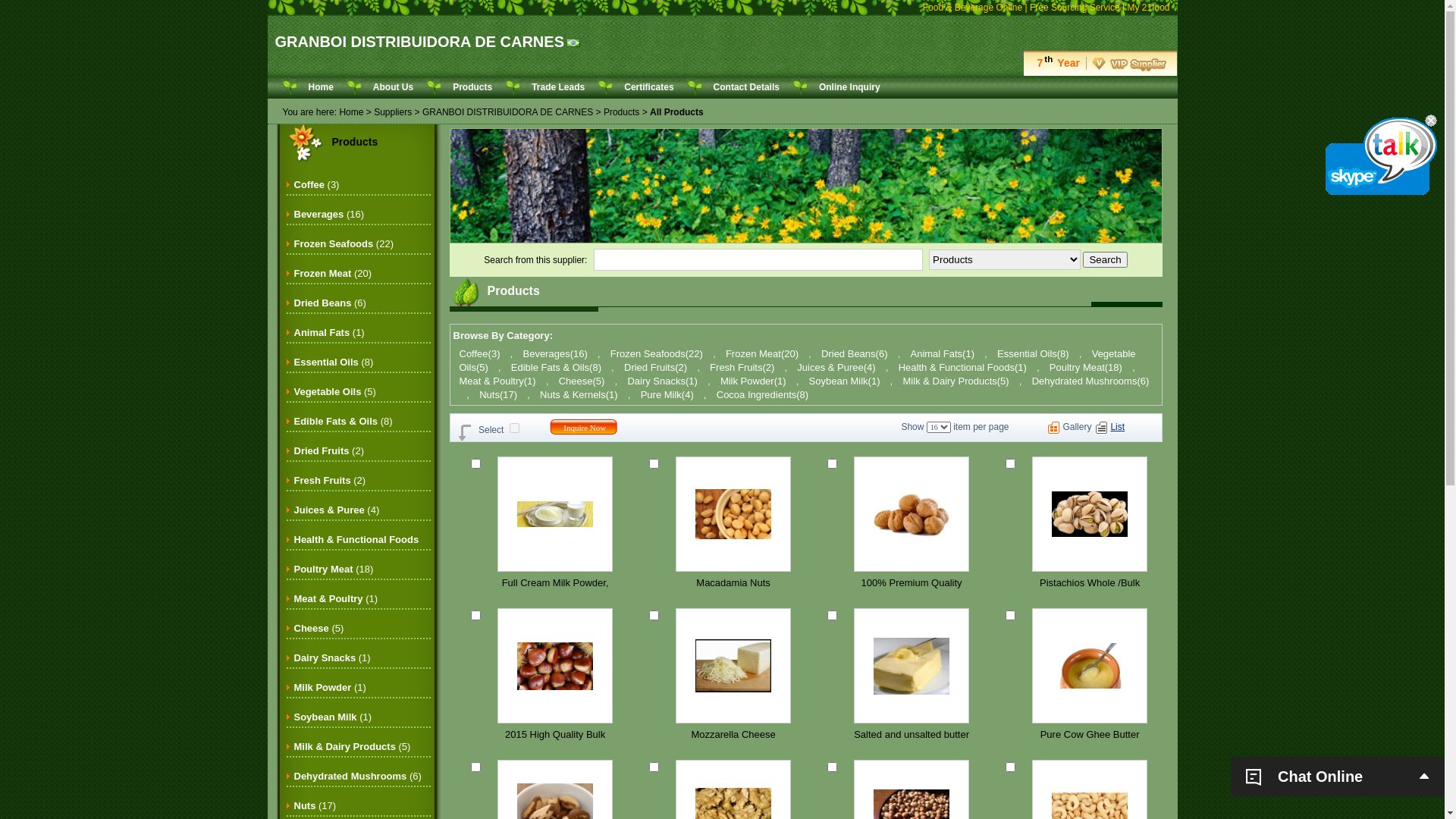 This screenshot has height=819, width=1456. What do you see at coordinates (329, 480) in the screenshot?
I see `'Fresh Fruits (2)'` at bounding box center [329, 480].